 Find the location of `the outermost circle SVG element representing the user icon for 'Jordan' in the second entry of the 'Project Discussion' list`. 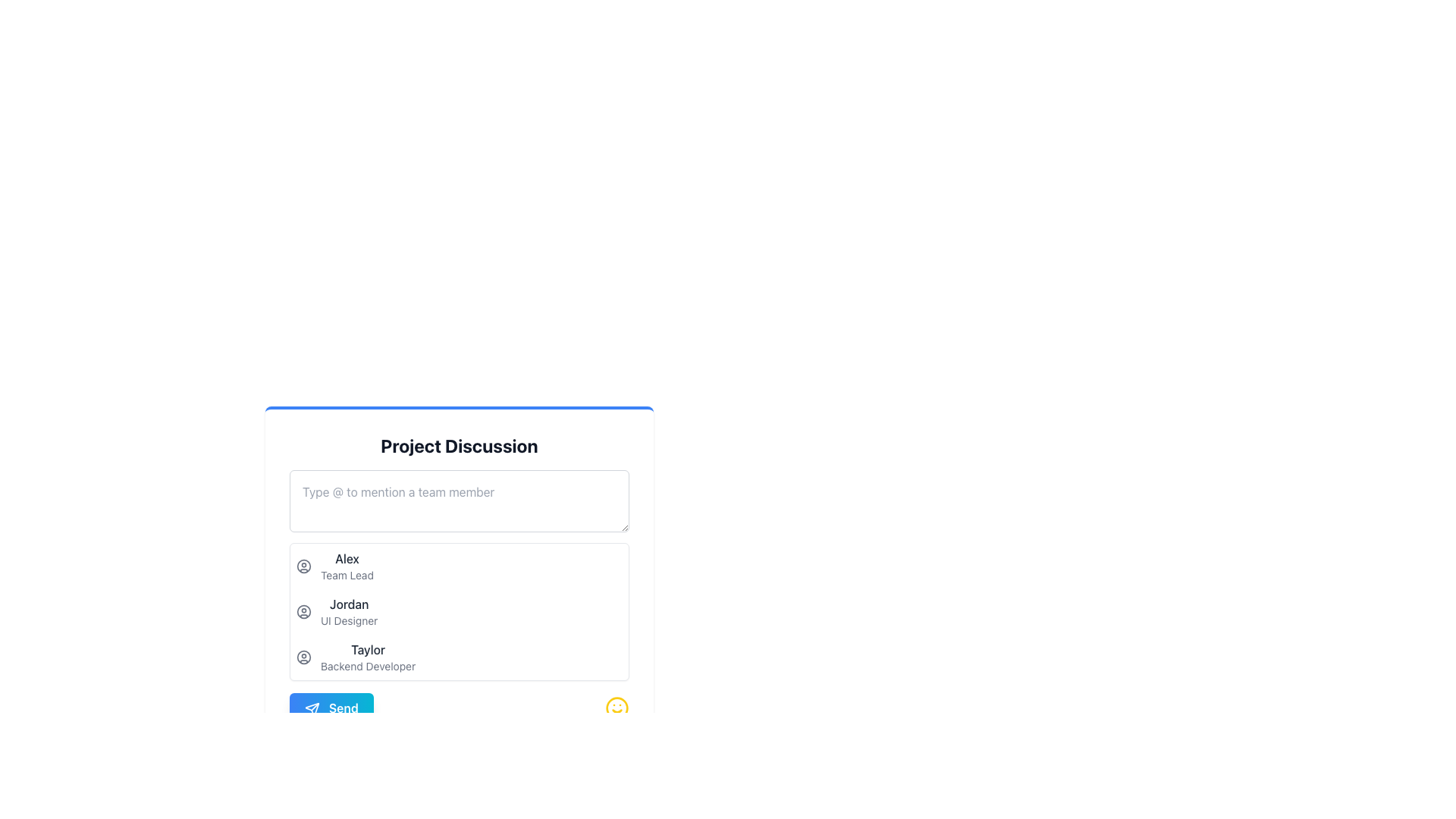

the outermost circle SVG element representing the user icon for 'Jordan' in the second entry of the 'Project Discussion' list is located at coordinates (303, 610).